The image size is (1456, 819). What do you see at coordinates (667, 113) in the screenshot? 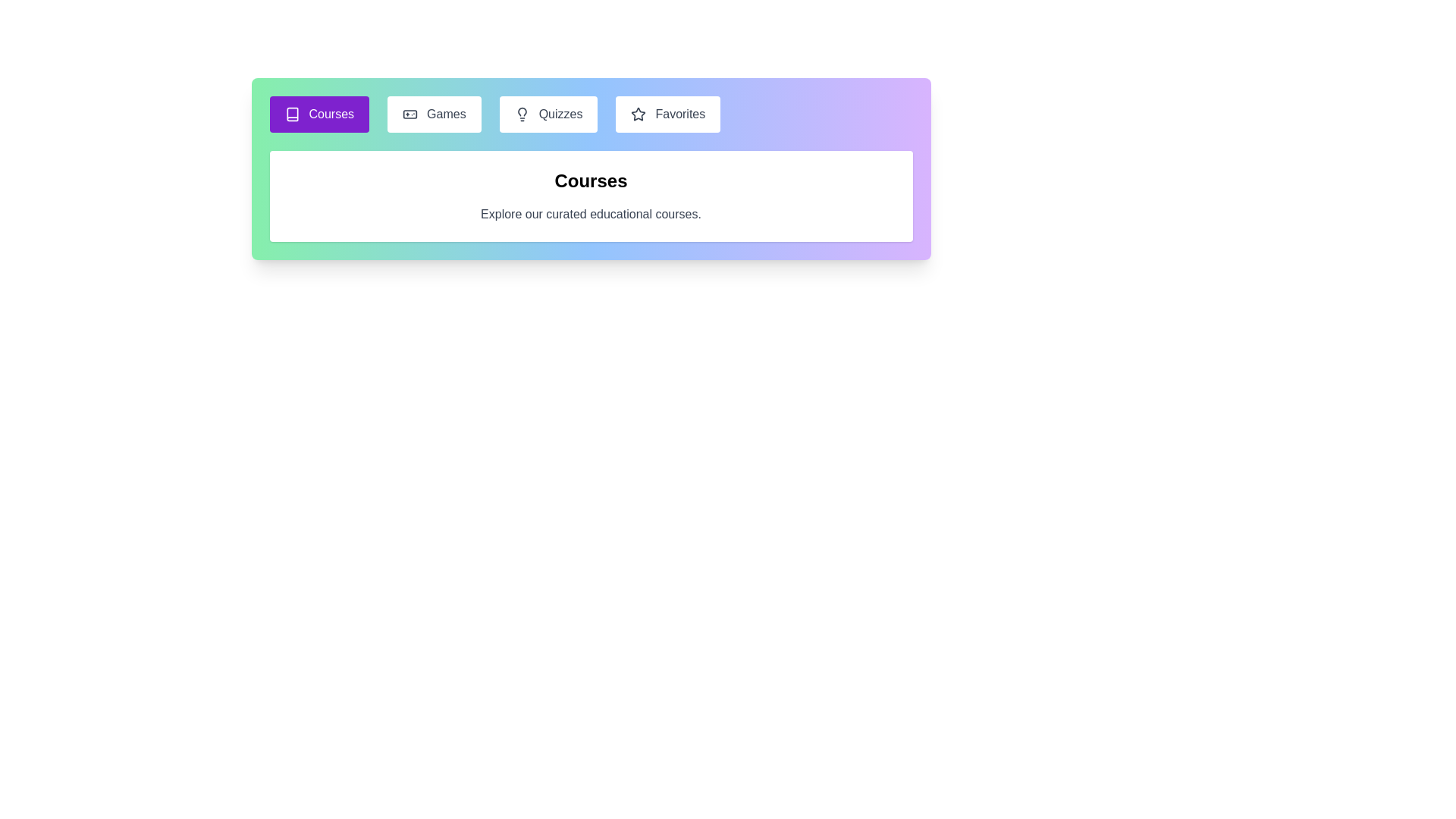
I see `the tab labeled Favorites` at bounding box center [667, 113].